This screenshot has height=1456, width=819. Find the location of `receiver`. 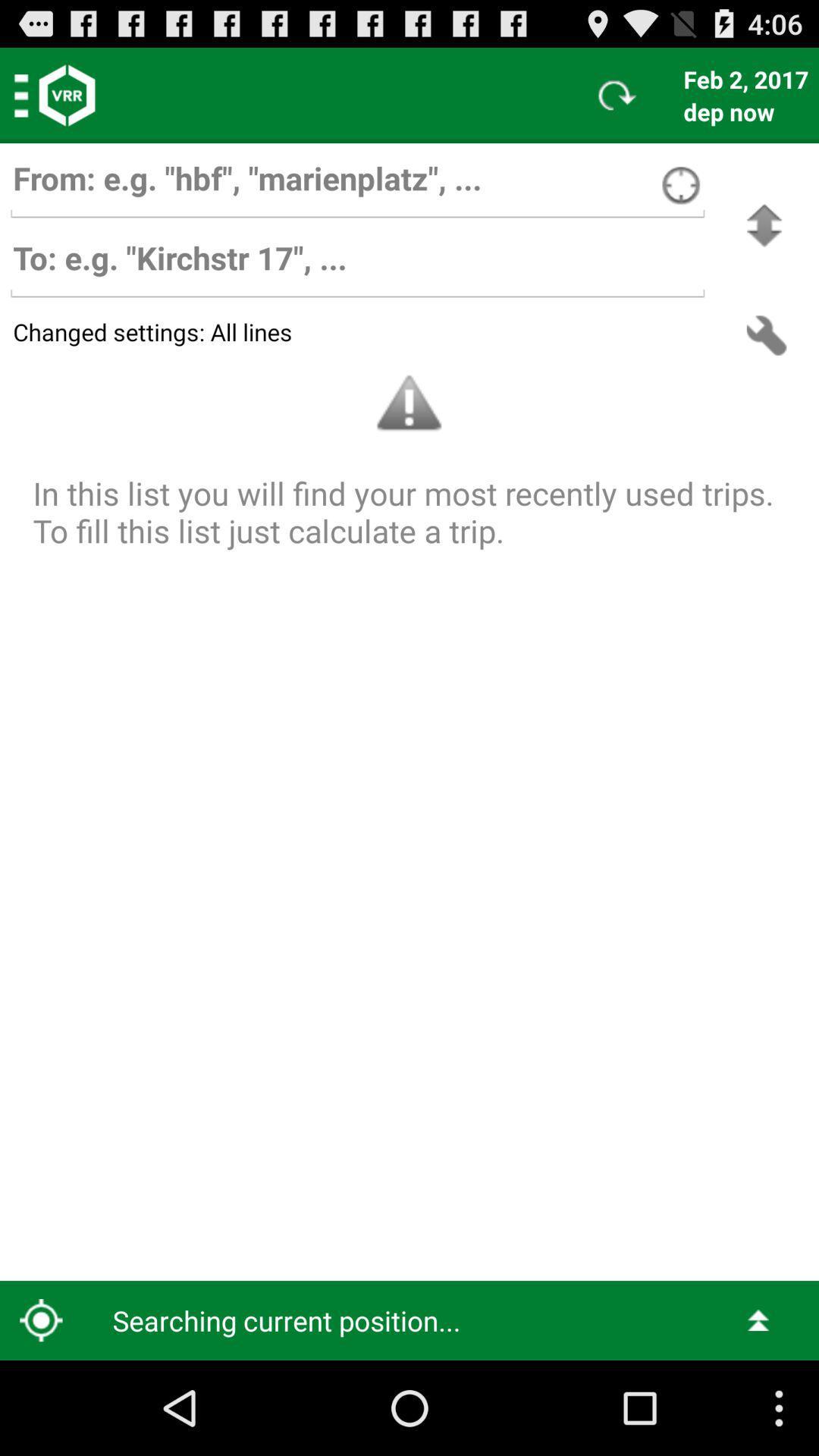

receiver is located at coordinates (357, 265).